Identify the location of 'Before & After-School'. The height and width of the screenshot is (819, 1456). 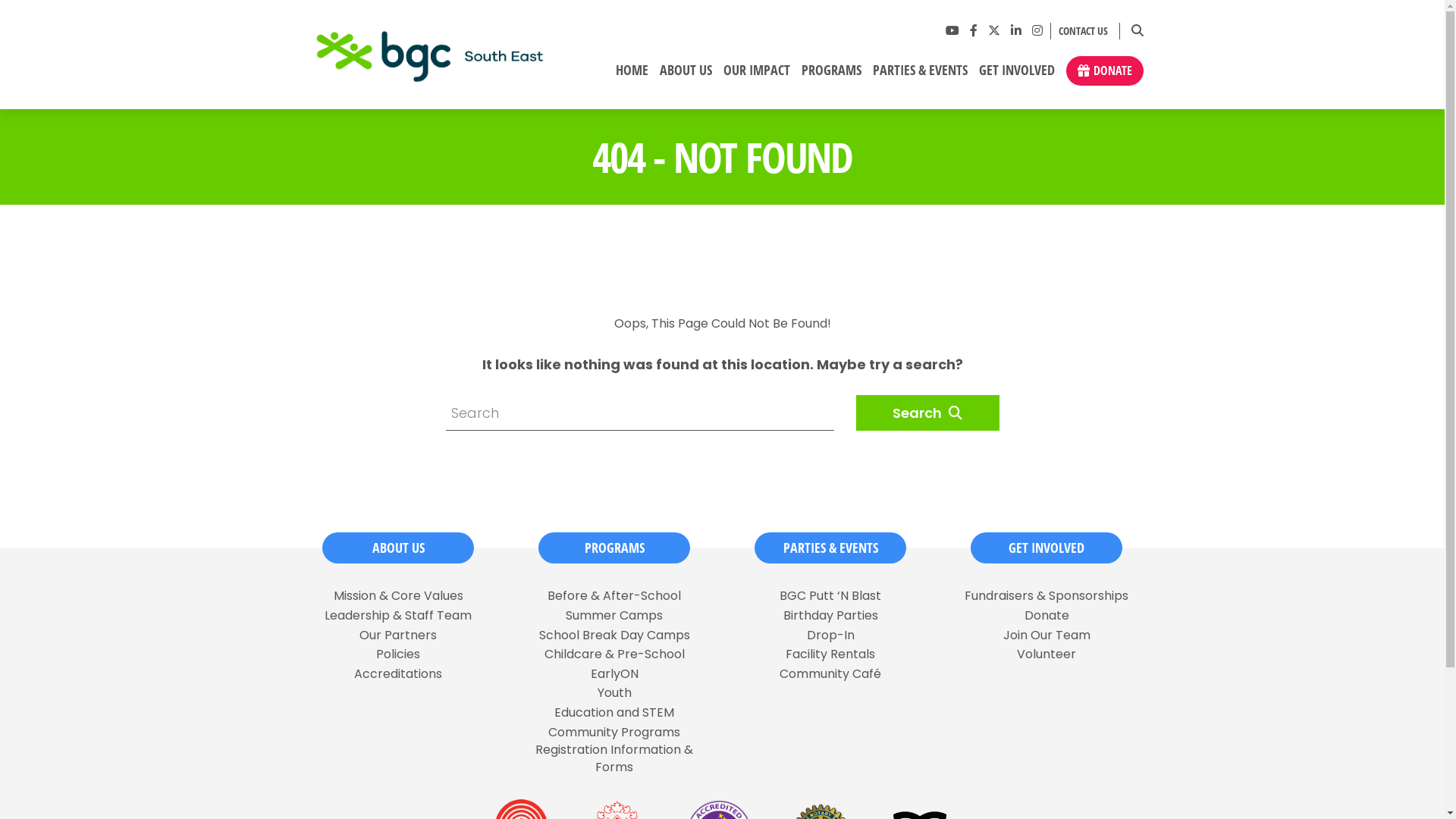
(614, 595).